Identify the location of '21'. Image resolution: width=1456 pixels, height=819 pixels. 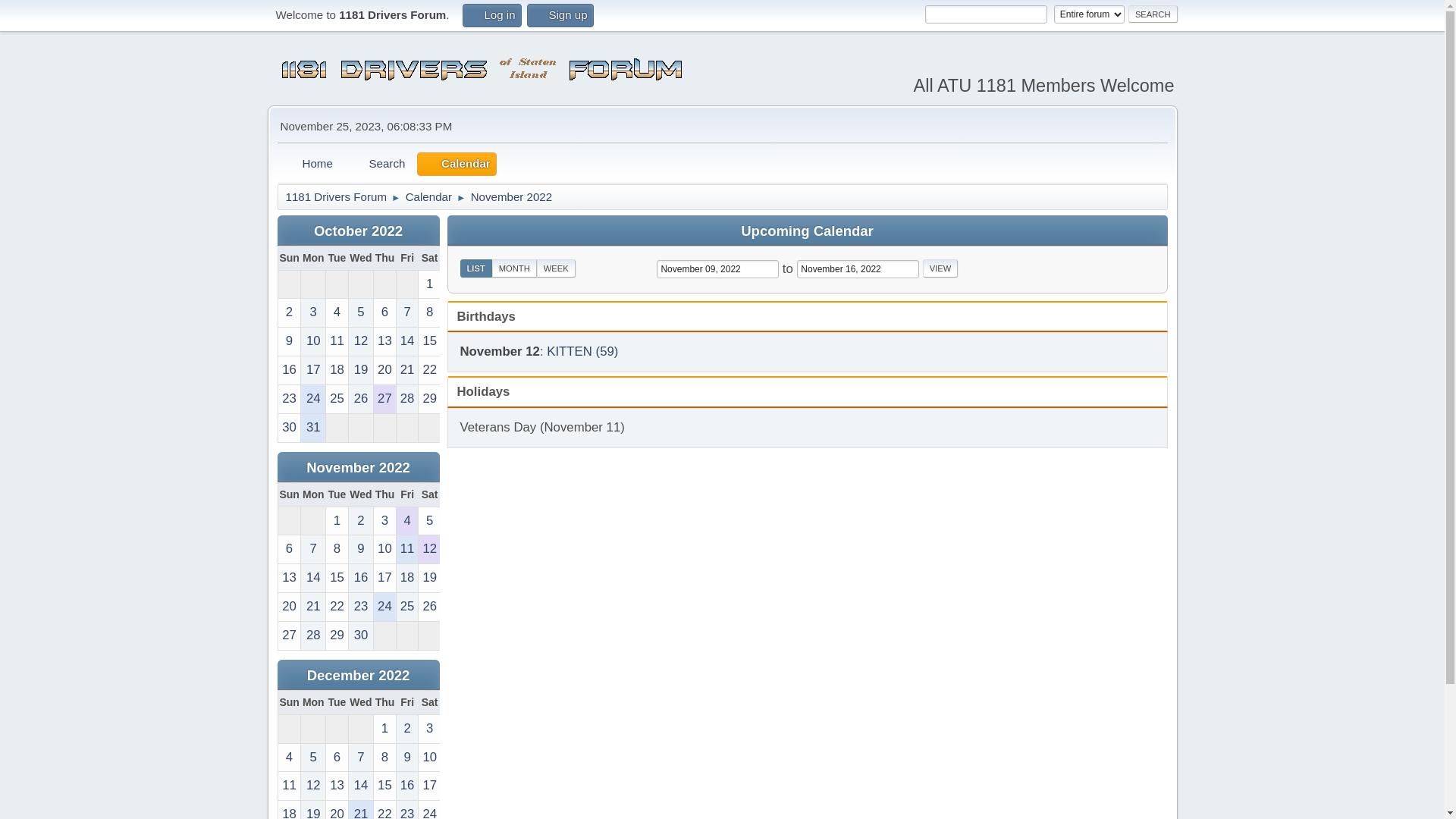
(407, 370).